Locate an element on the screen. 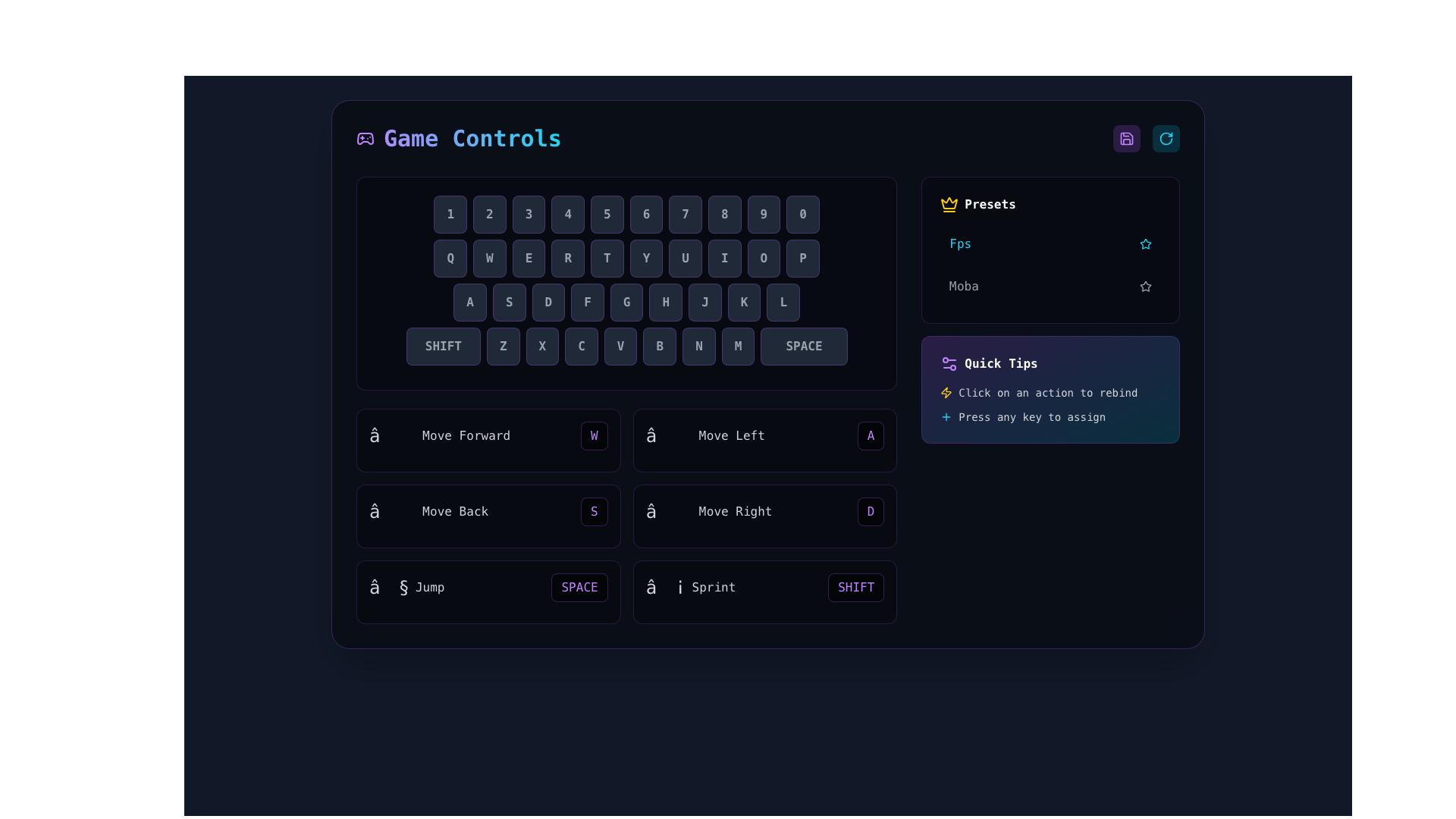 Image resolution: width=1456 pixels, height=819 pixels. the 'W' key button located in the top row of the virtual keyboard, positioned between 'Q' and 'E', to simulate a key press is located at coordinates (489, 257).